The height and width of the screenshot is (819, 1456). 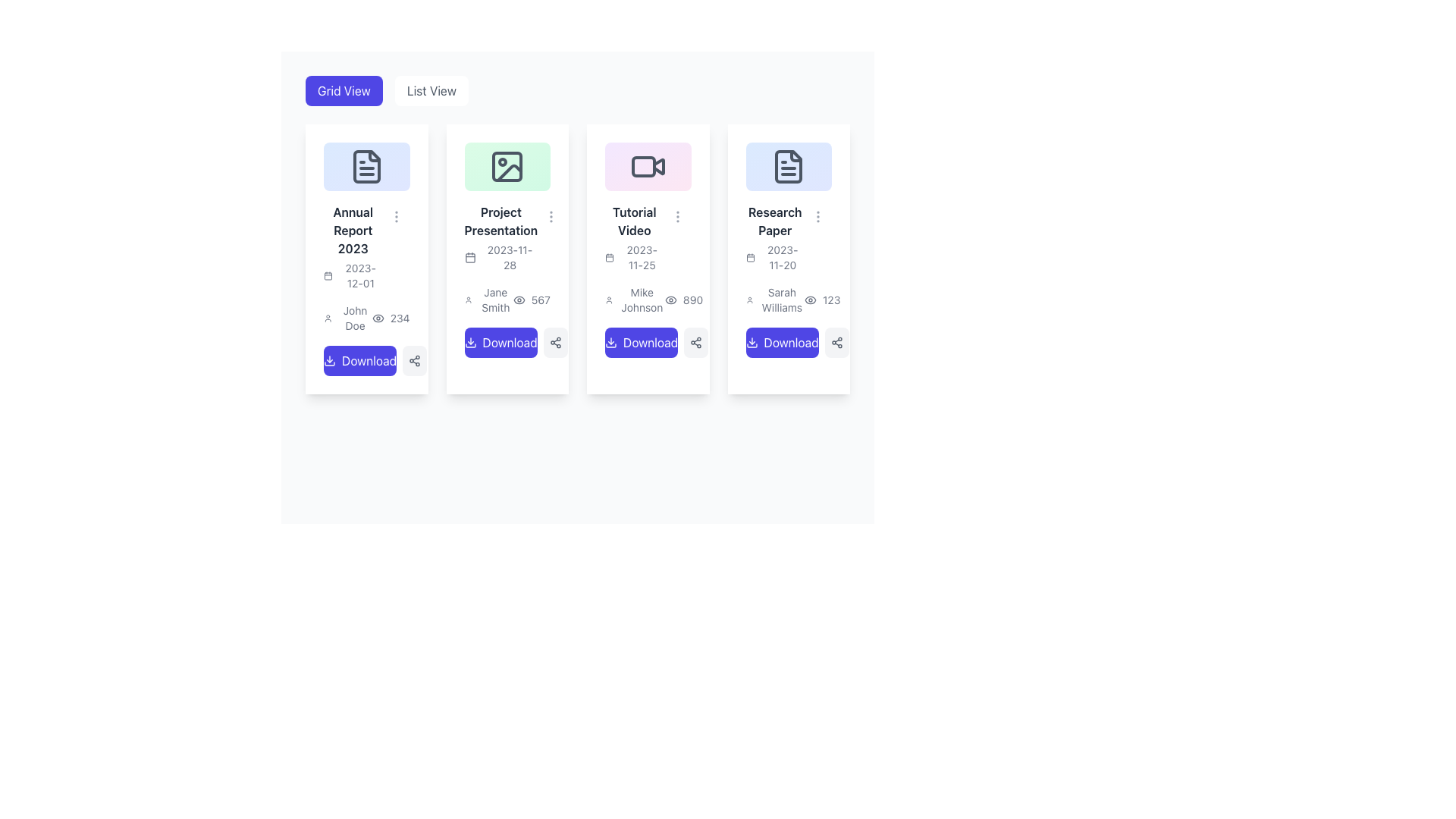 What do you see at coordinates (532, 300) in the screenshot?
I see `displayed number '567' in bold font next to the eye icon within the 'Project Presentation' card under the username 'Jane Smith'` at bounding box center [532, 300].